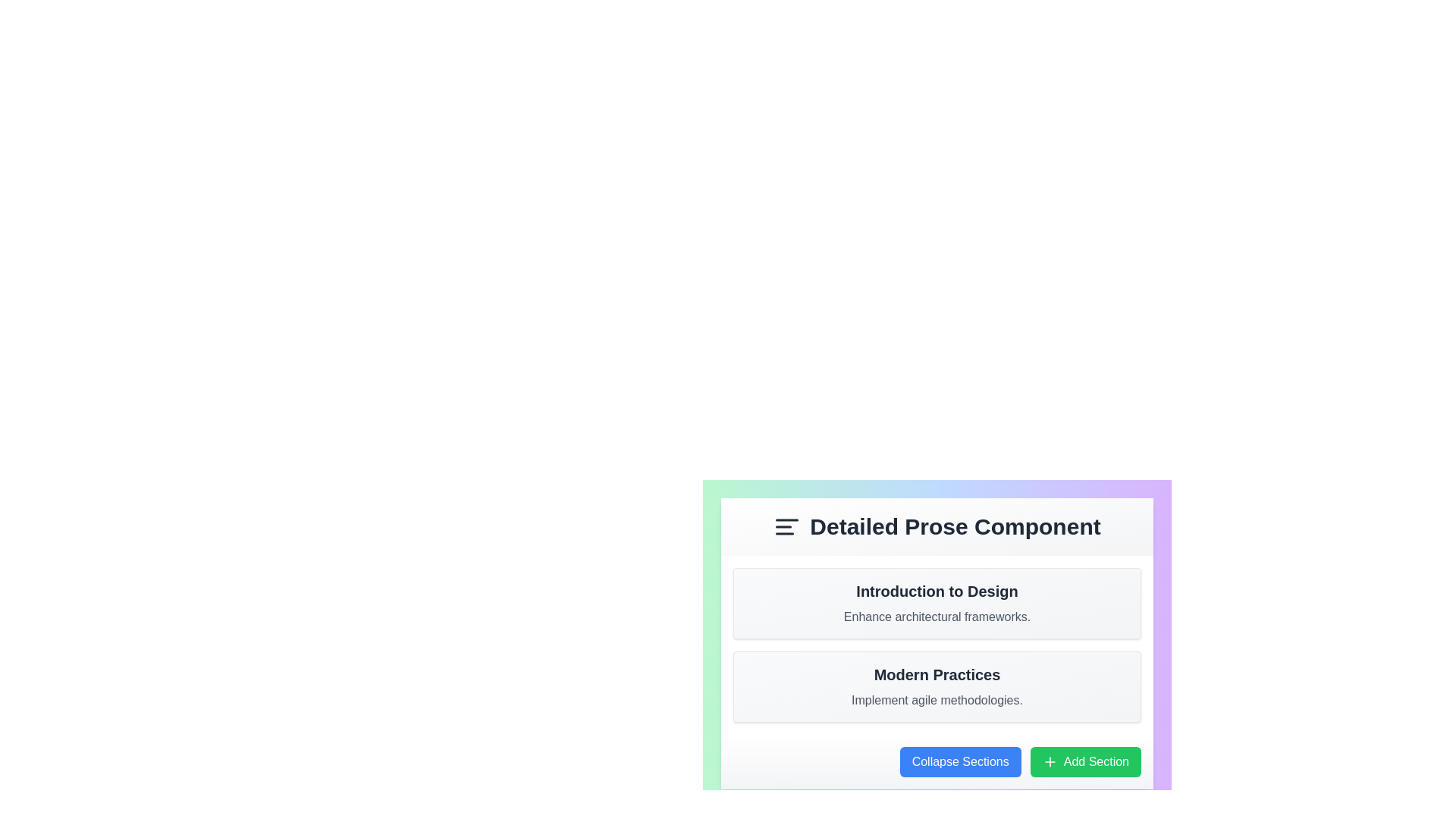 The height and width of the screenshot is (819, 1456). What do you see at coordinates (1049, 762) in the screenshot?
I see `the icon that represents the action of adding a new section, located near the left edge of the green button labeled 'Add Section' at the bottom of the UI layout` at bounding box center [1049, 762].